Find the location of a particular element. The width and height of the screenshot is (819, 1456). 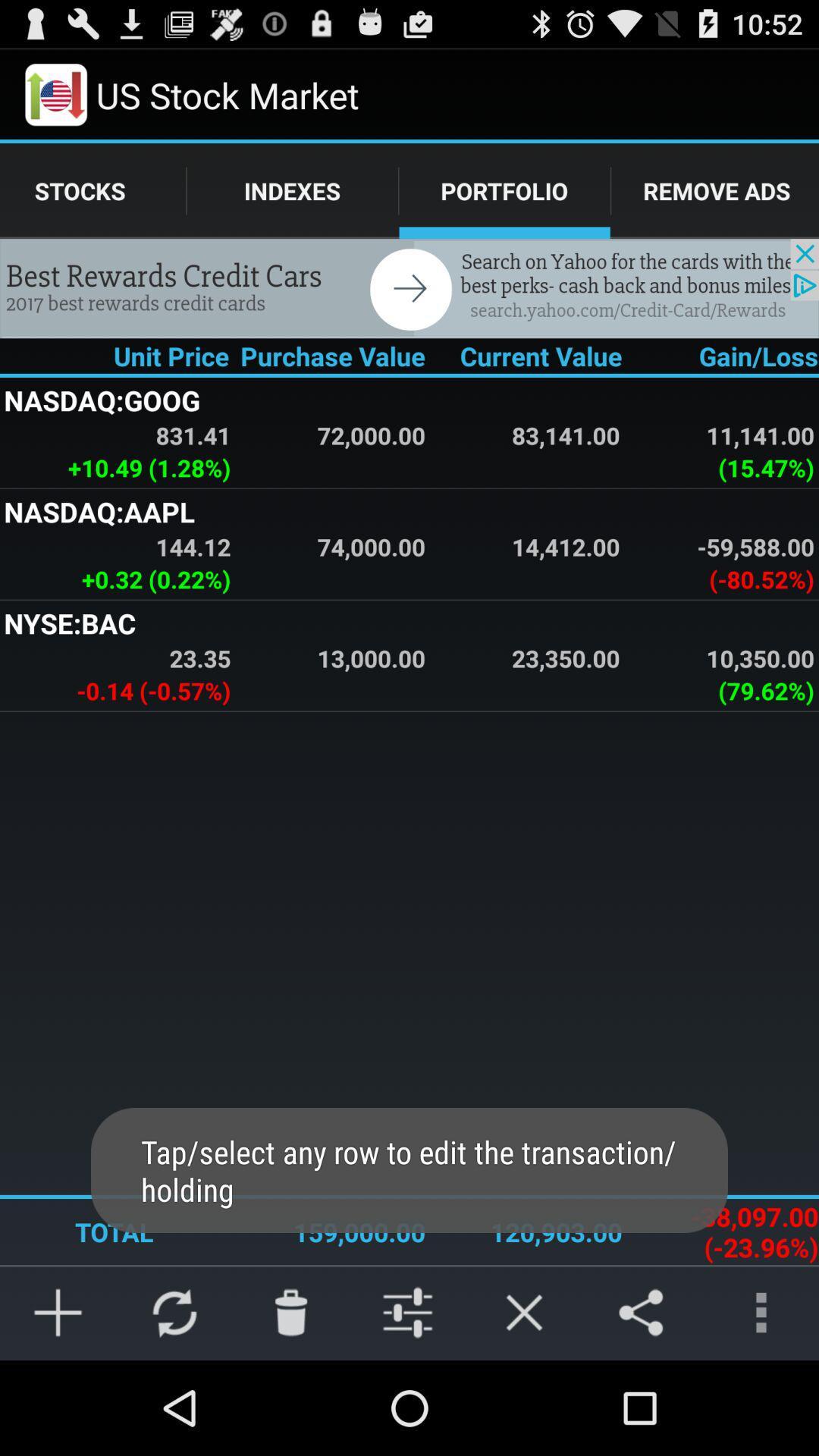

delete image in the last row is located at coordinates (291, 1312).